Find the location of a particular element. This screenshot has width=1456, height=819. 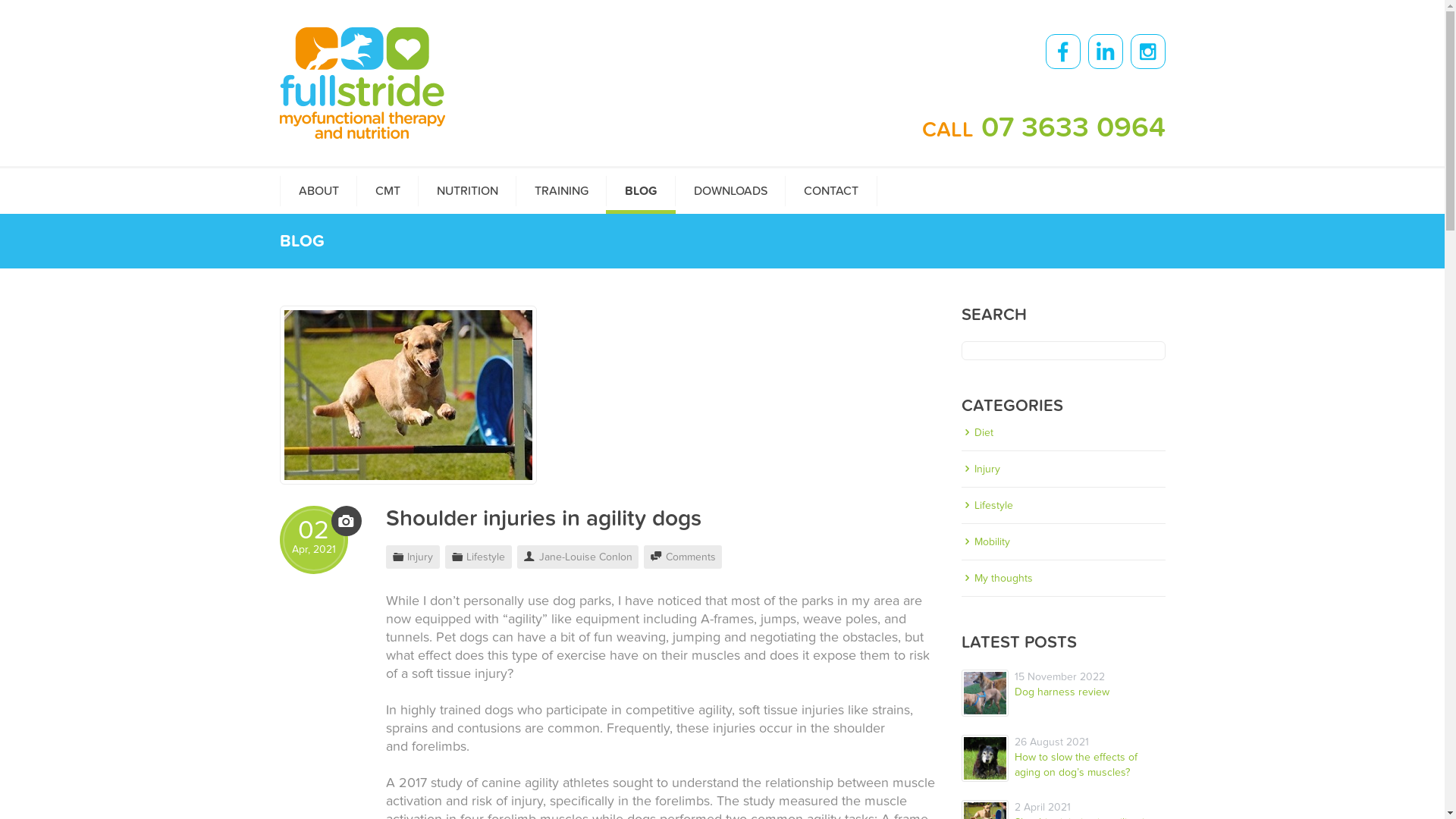

'Comments' is located at coordinates (690, 557).